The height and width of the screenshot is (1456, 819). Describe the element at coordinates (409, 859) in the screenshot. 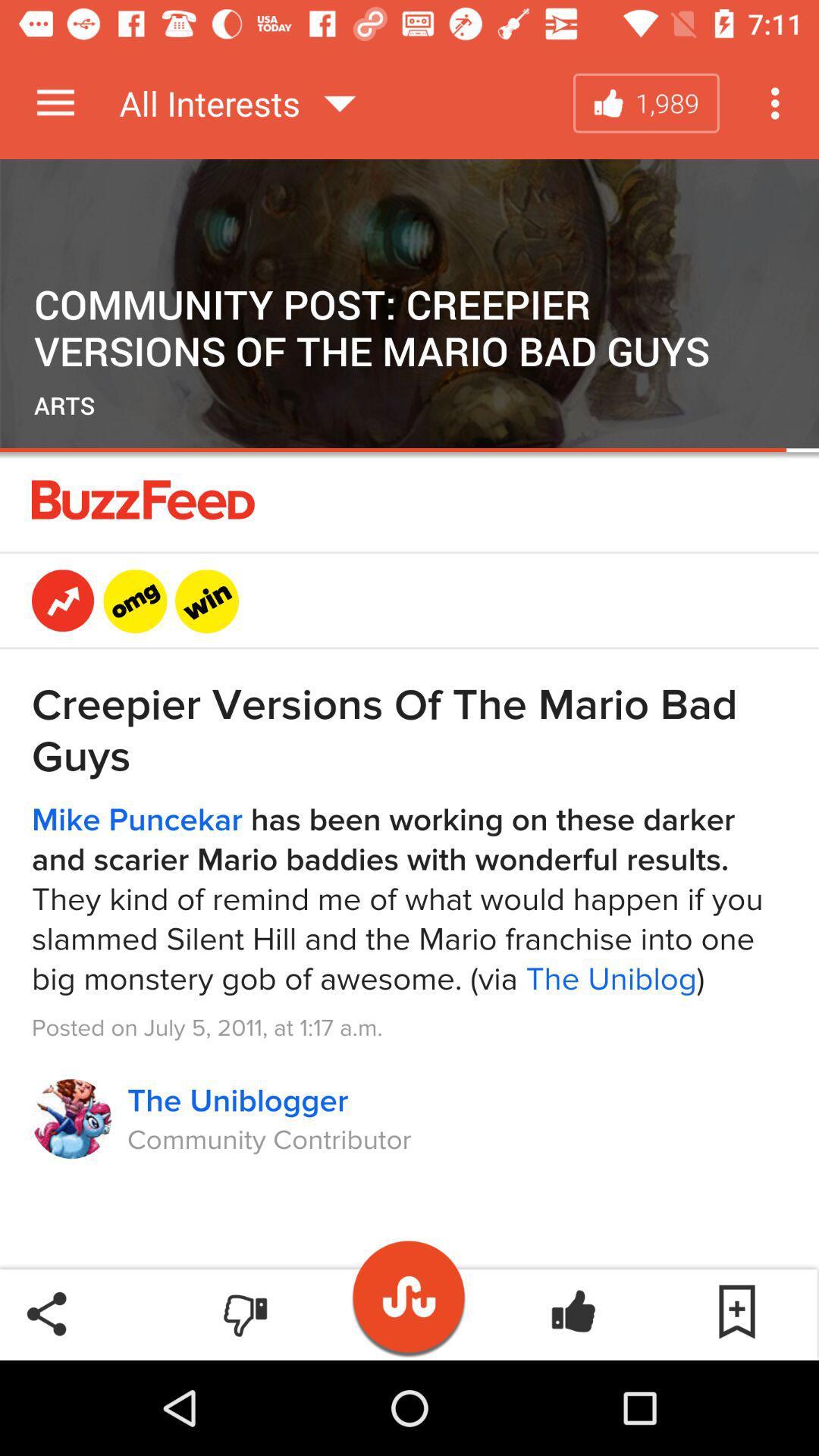

I see `video details` at that location.